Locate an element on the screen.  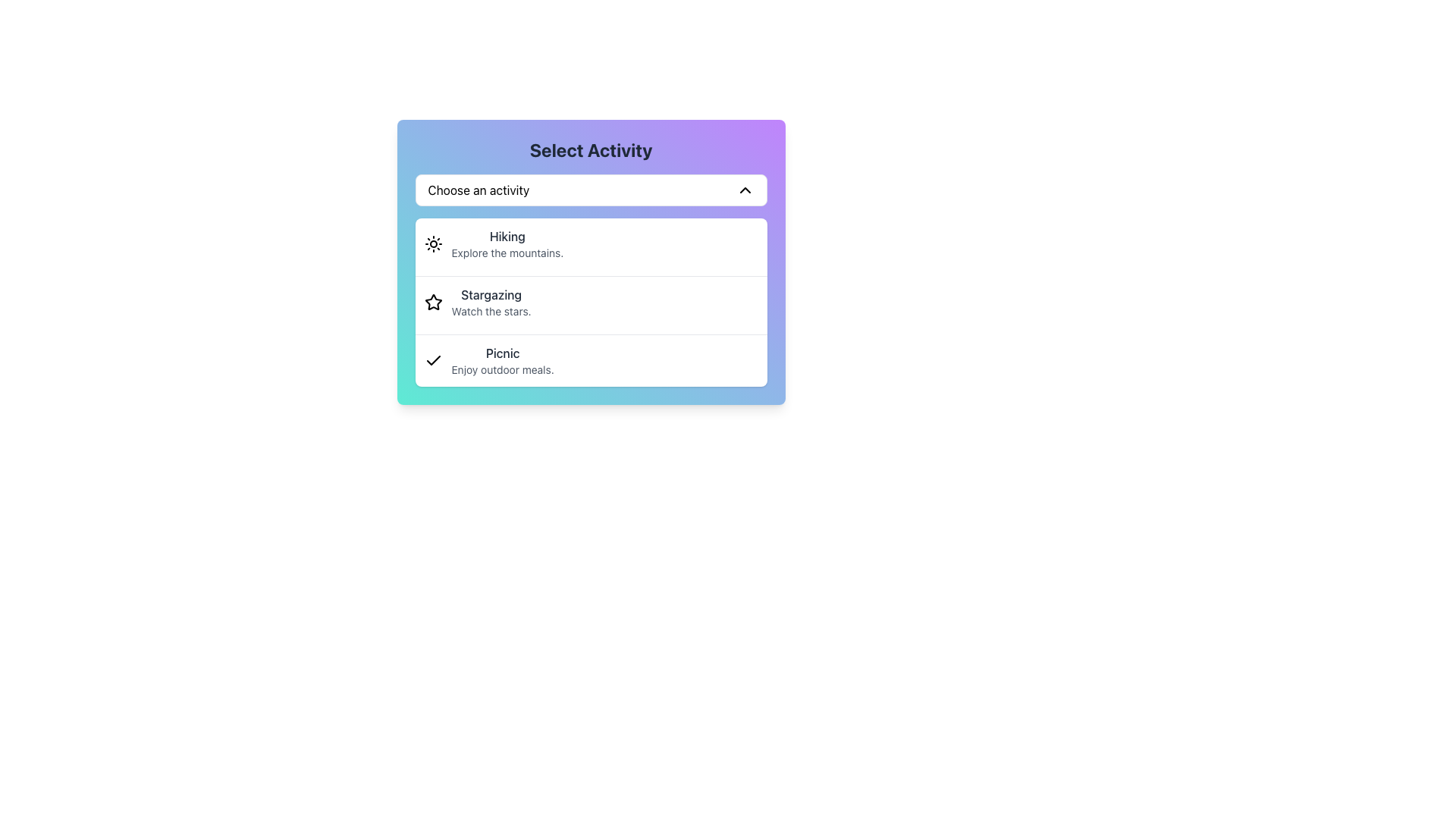
the text label displaying 'Picnic', which is the third option in the list under the header 'Select Activity' is located at coordinates (503, 353).